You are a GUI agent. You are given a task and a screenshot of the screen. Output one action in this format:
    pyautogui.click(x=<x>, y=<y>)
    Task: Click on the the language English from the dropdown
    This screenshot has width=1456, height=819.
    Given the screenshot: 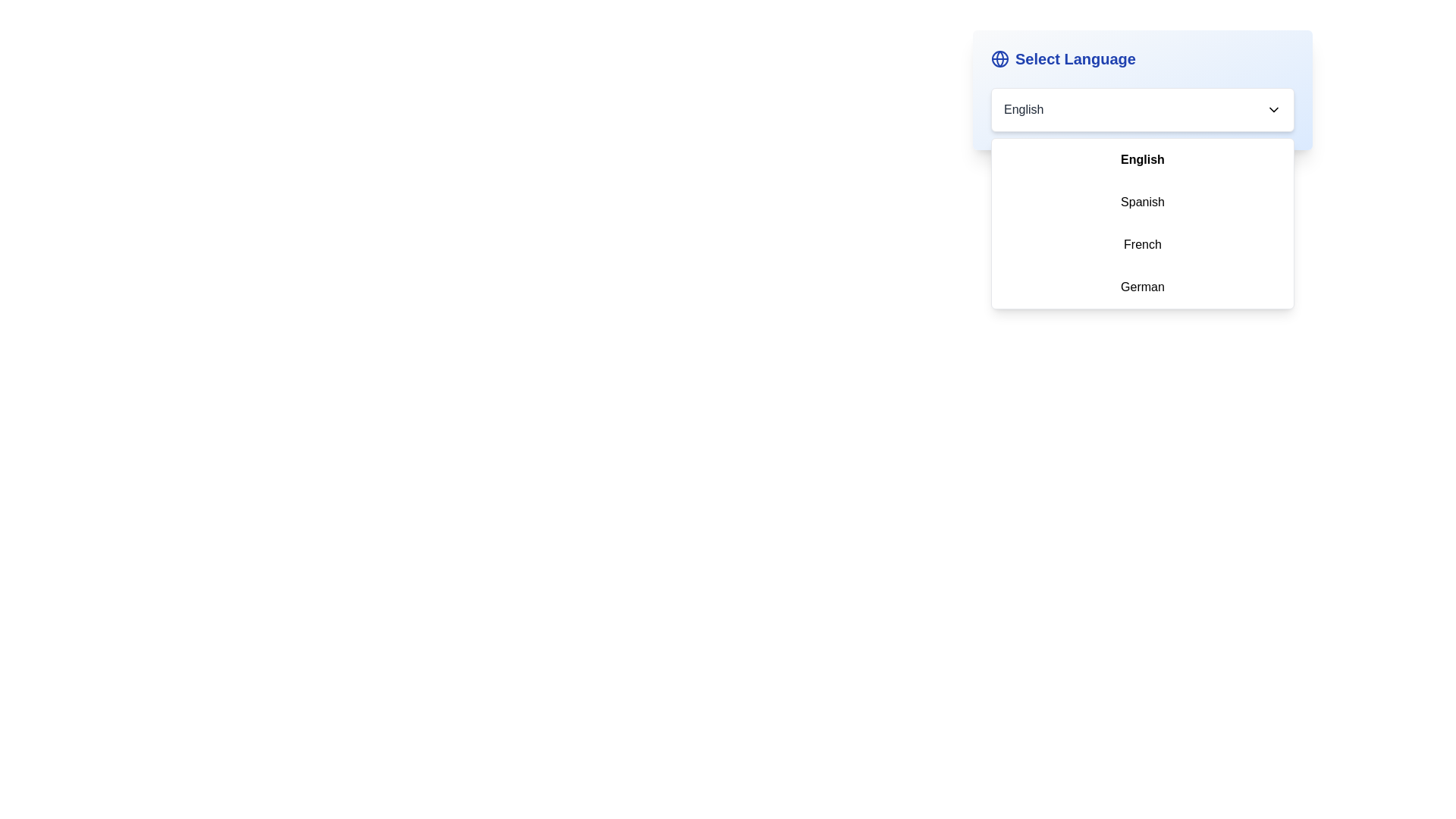 What is the action you would take?
    pyautogui.click(x=1143, y=160)
    